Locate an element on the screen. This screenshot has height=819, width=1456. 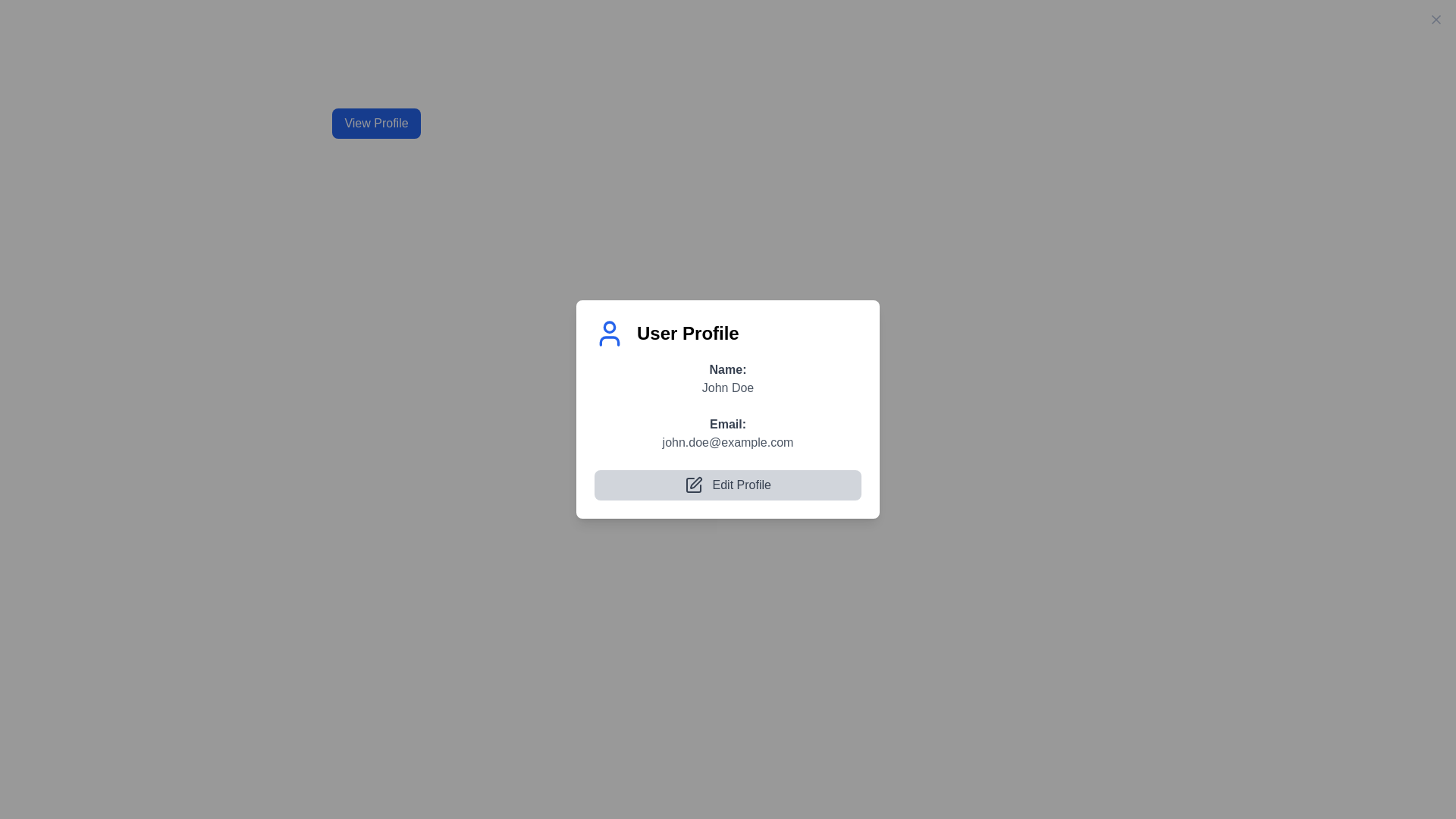
the blue button with rounded corners that reads 'View Profile' is located at coordinates (376, 122).